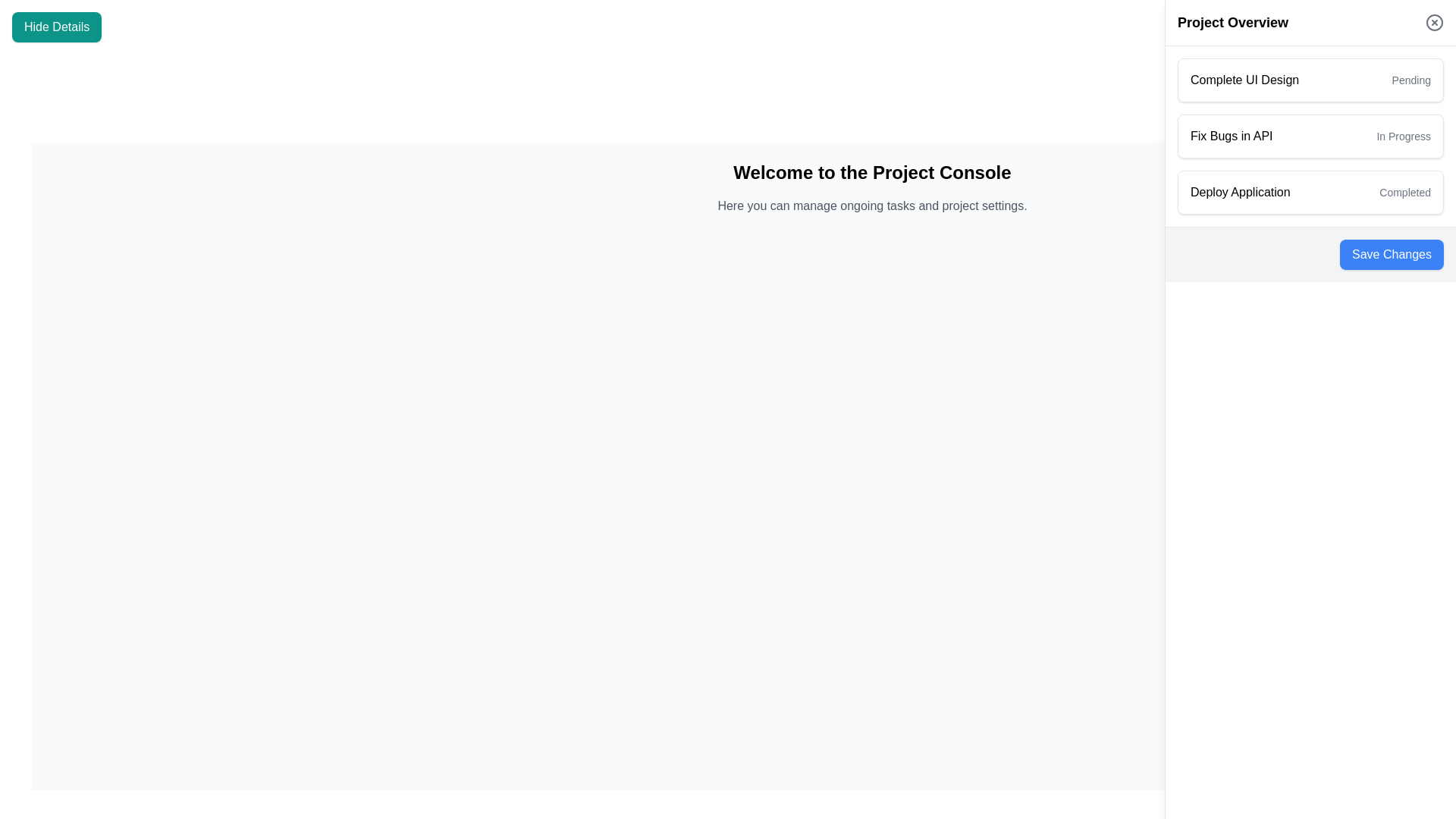  What do you see at coordinates (1410, 80) in the screenshot?
I see `the status indicator text label for the task 'Complete UI Design' in the 'Project Overview' section` at bounding box center [1410, 80].